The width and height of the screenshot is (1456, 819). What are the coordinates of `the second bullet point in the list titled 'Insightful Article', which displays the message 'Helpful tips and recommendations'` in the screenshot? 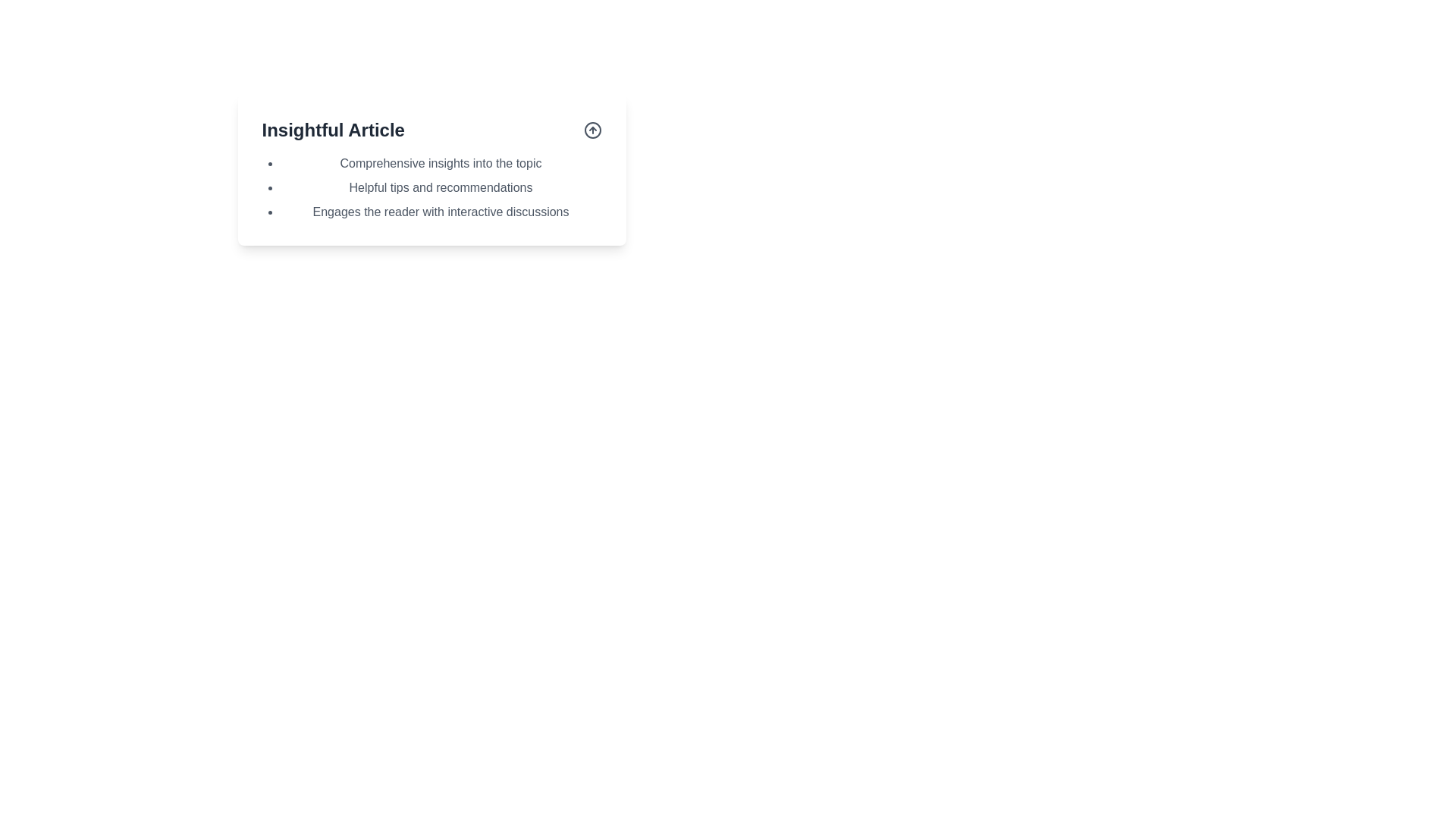 It's located at (440, 187).